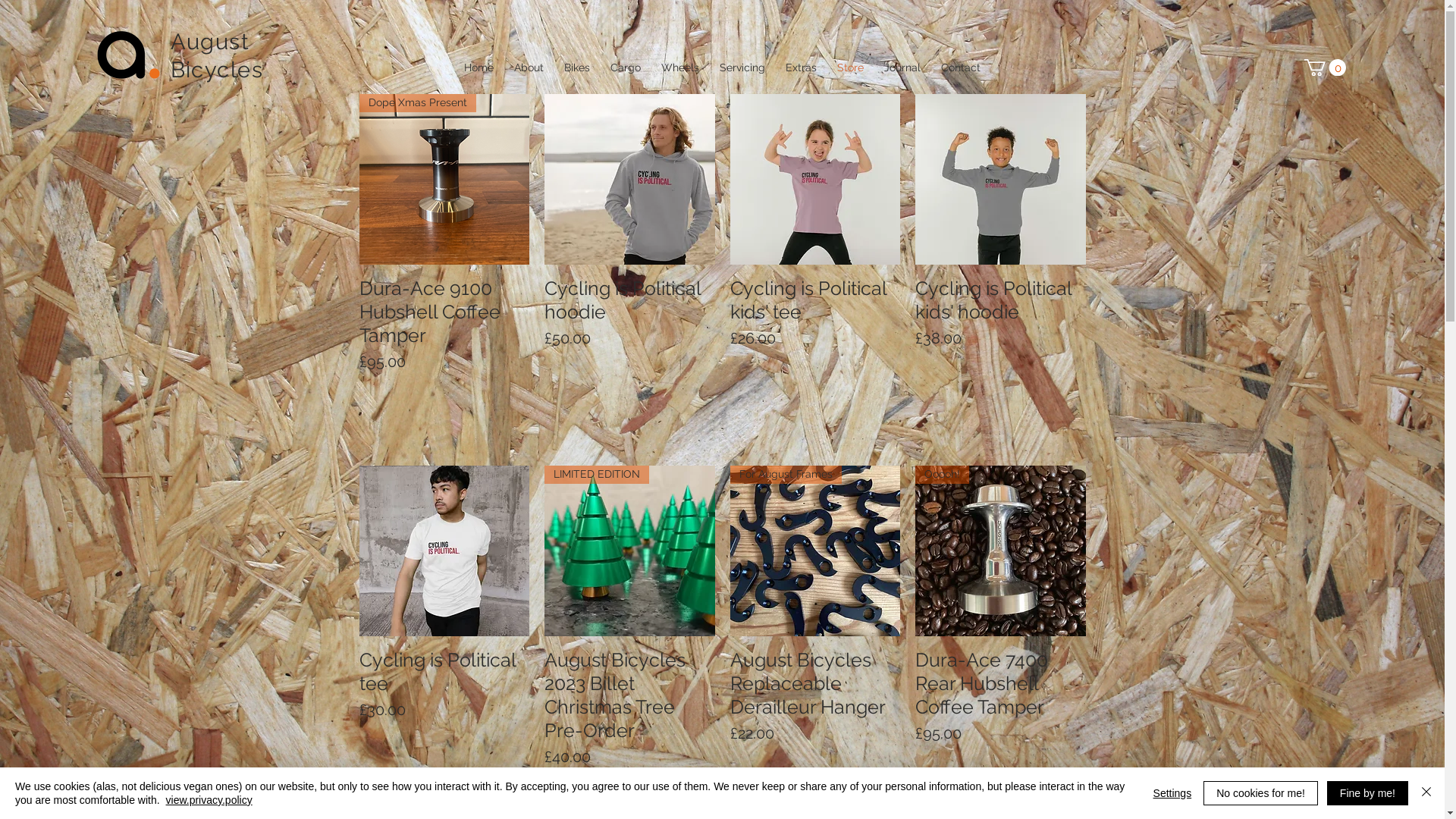 This screenshot has width=1456, height=819. What do you see at coordinates (166, 799) in the screenshot?
I see `'view.privacy.policy'` at bounding box center [166, 799].